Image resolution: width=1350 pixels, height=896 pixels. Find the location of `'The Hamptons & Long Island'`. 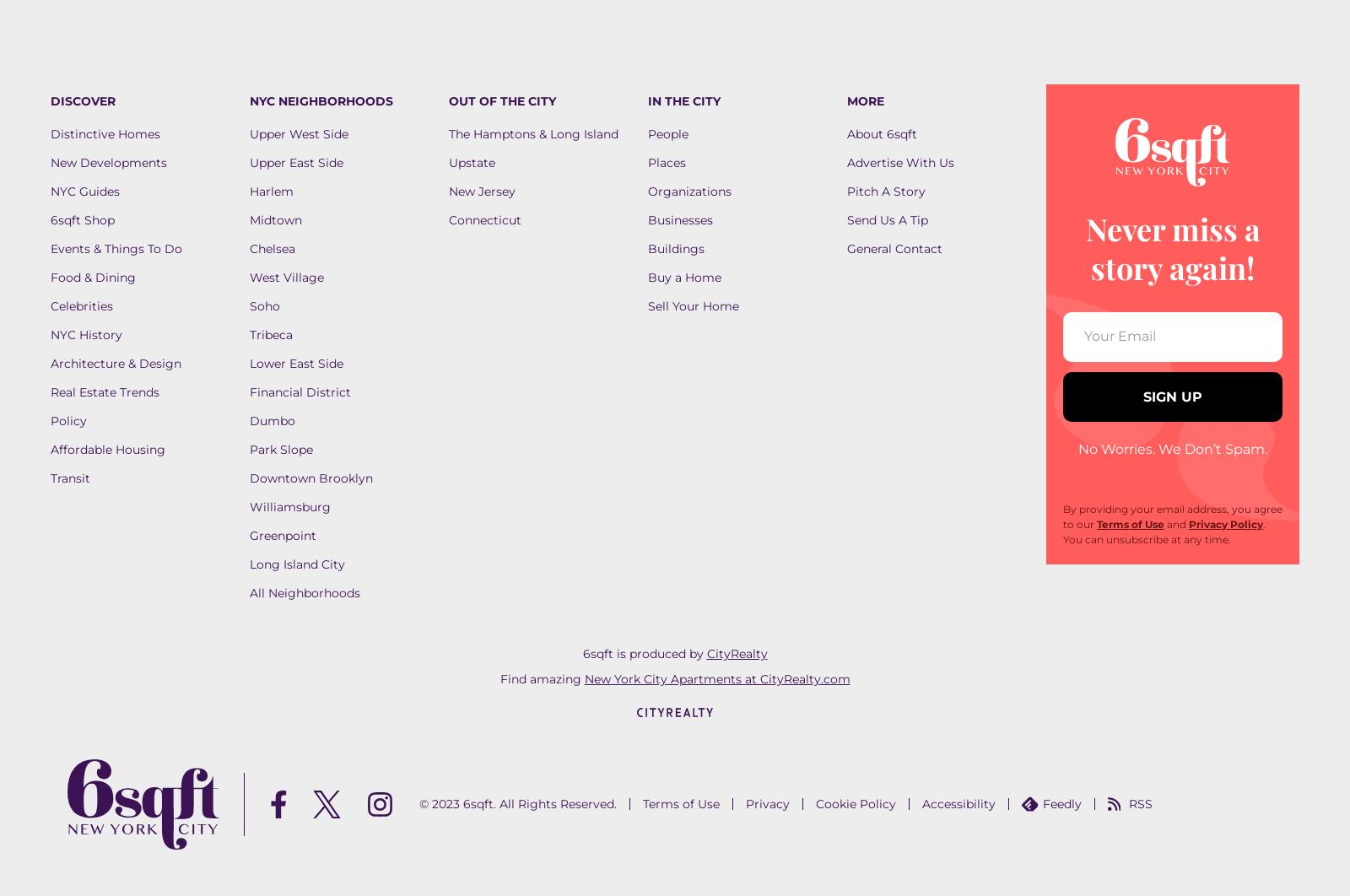

'The Hamptons & Long Island' is located at coordinates (533, 133).